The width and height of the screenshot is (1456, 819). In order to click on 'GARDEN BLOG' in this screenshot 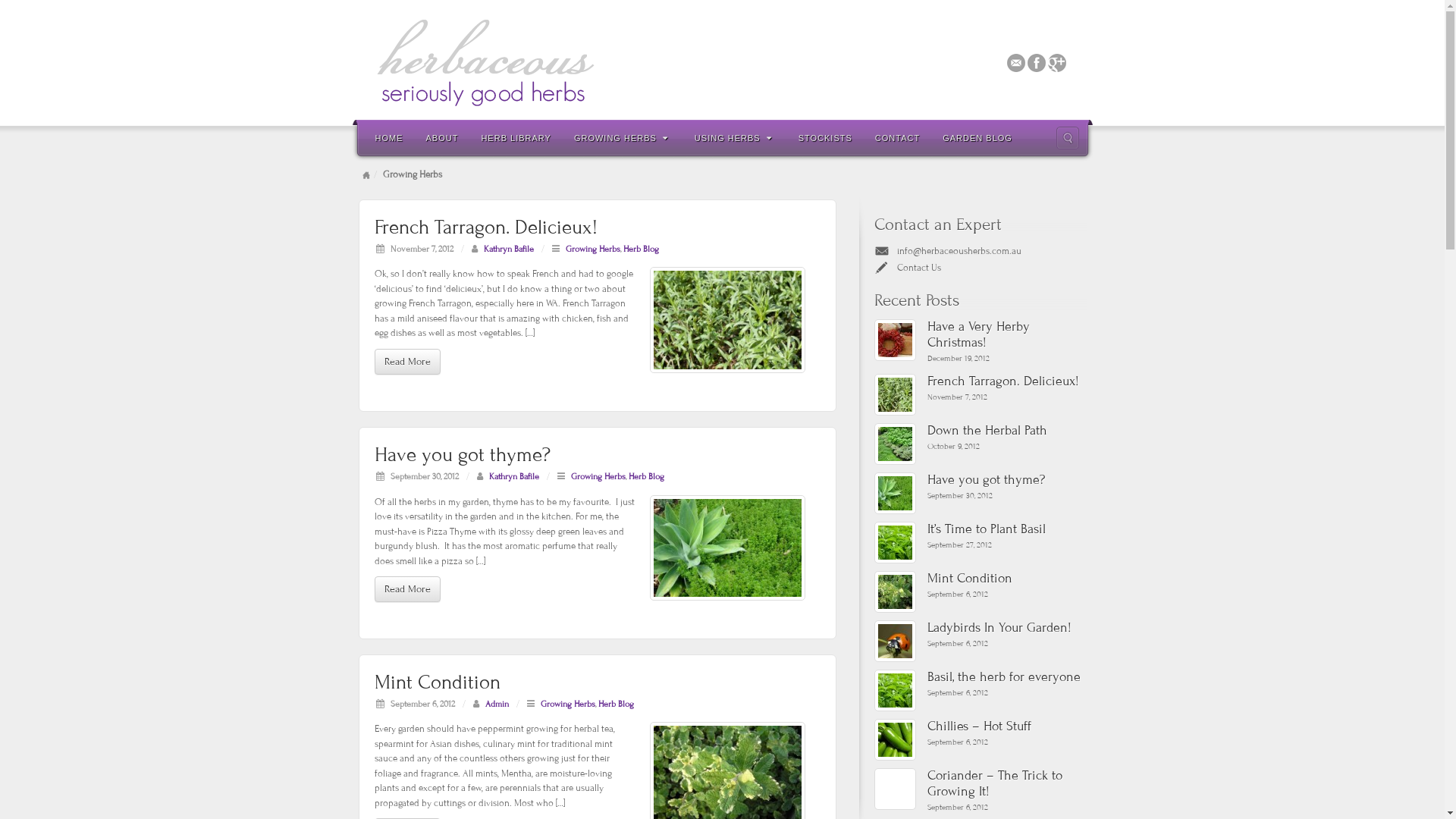, I will do `click(977, 137)`.